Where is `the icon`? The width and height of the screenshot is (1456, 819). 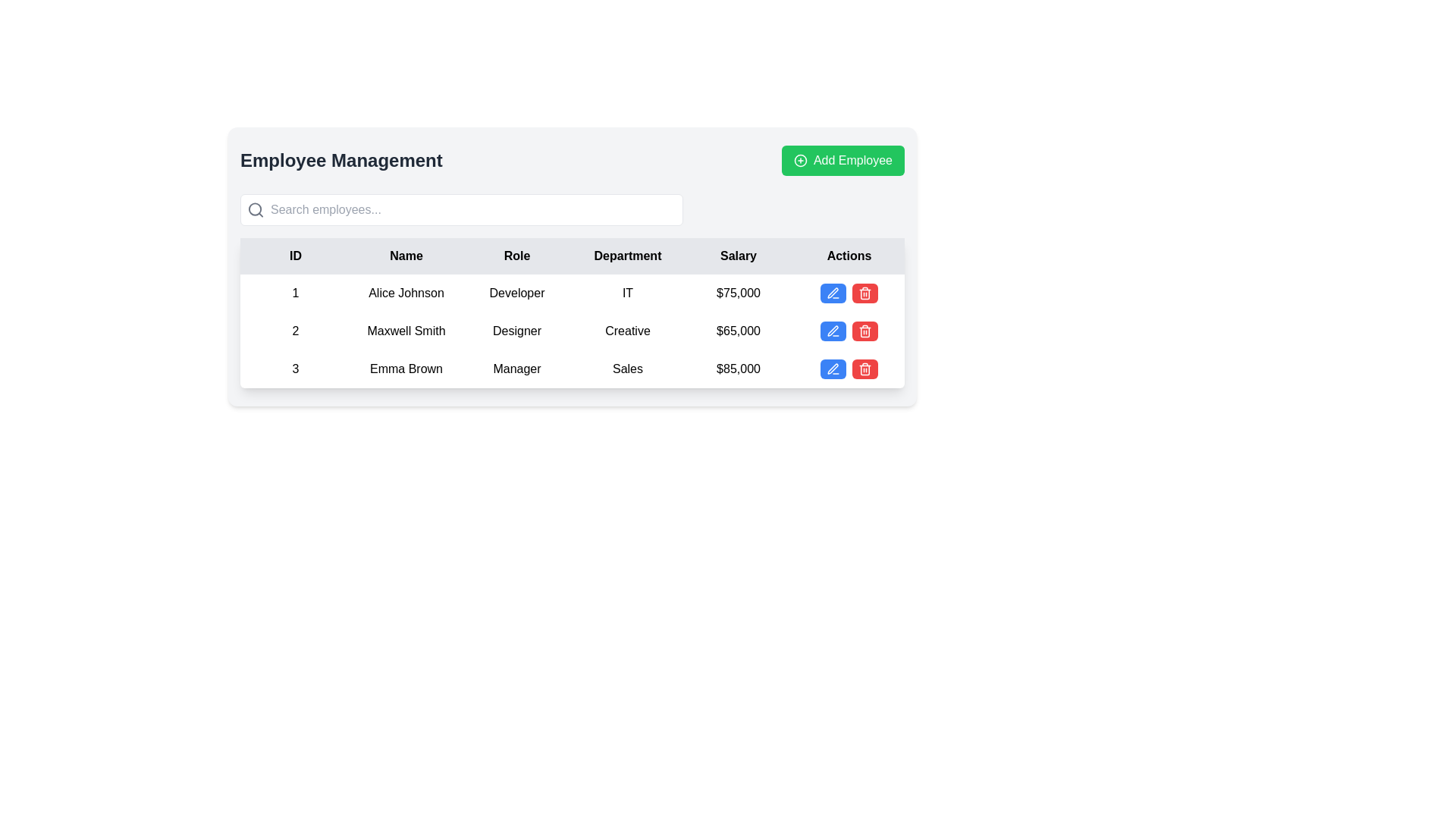
the icon is located at coordinates (833, 330).